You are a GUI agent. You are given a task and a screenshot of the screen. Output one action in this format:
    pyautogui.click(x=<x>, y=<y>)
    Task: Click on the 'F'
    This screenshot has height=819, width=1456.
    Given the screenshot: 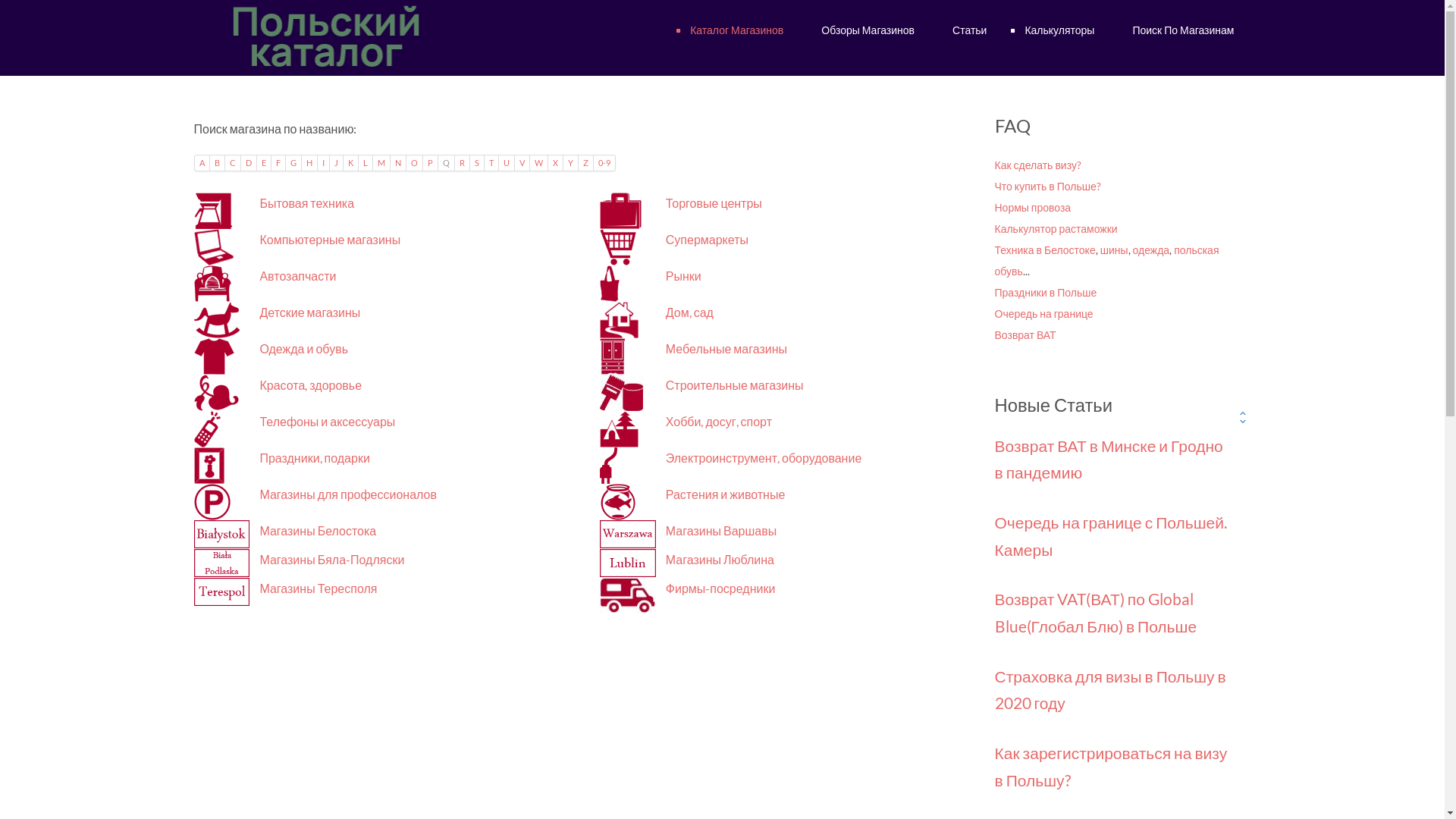 What is the action you would take?
    pyautogui.click(x=278, y=163)
    